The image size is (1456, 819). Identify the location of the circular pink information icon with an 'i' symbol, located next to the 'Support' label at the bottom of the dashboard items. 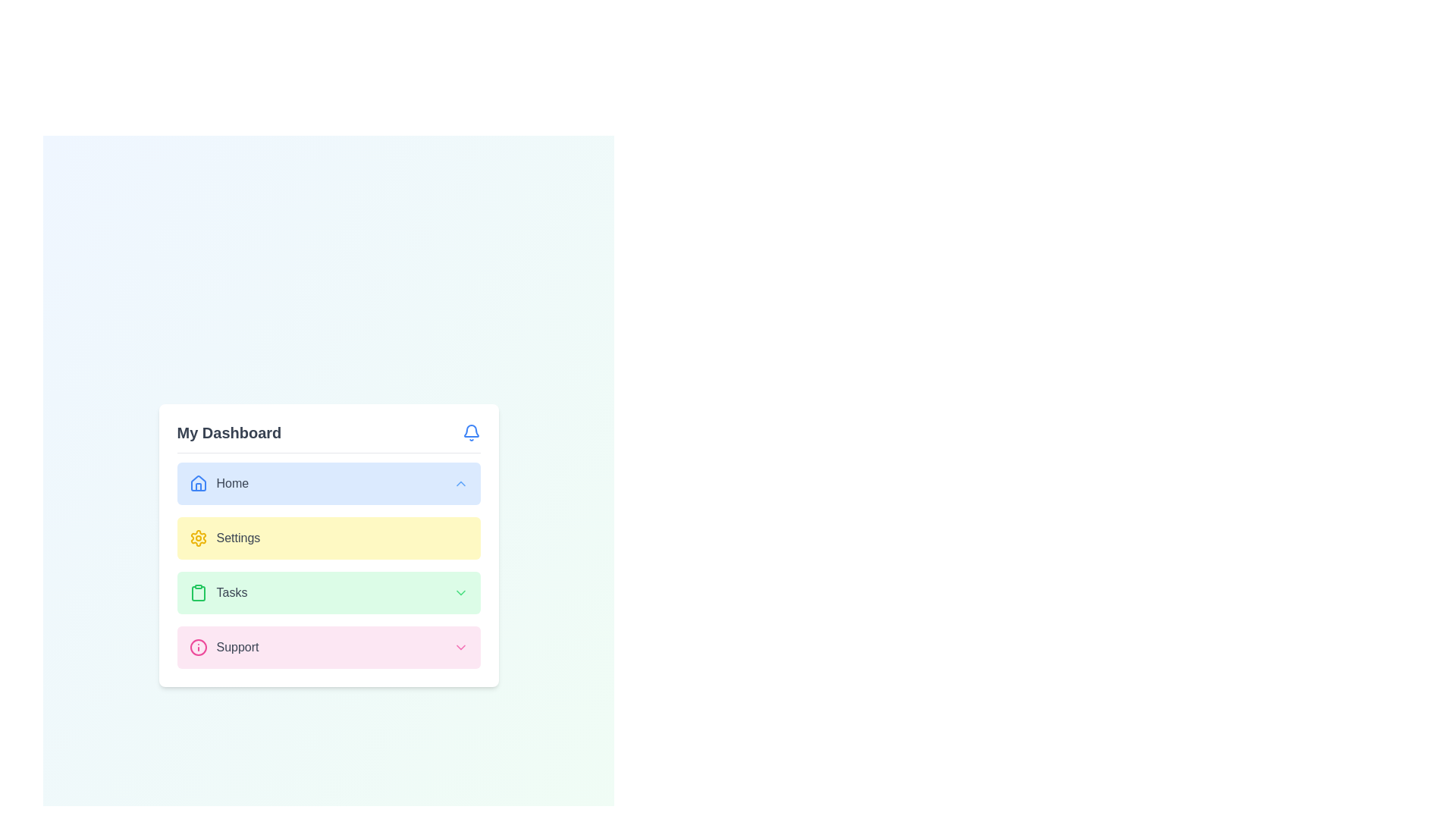
(197, 647).